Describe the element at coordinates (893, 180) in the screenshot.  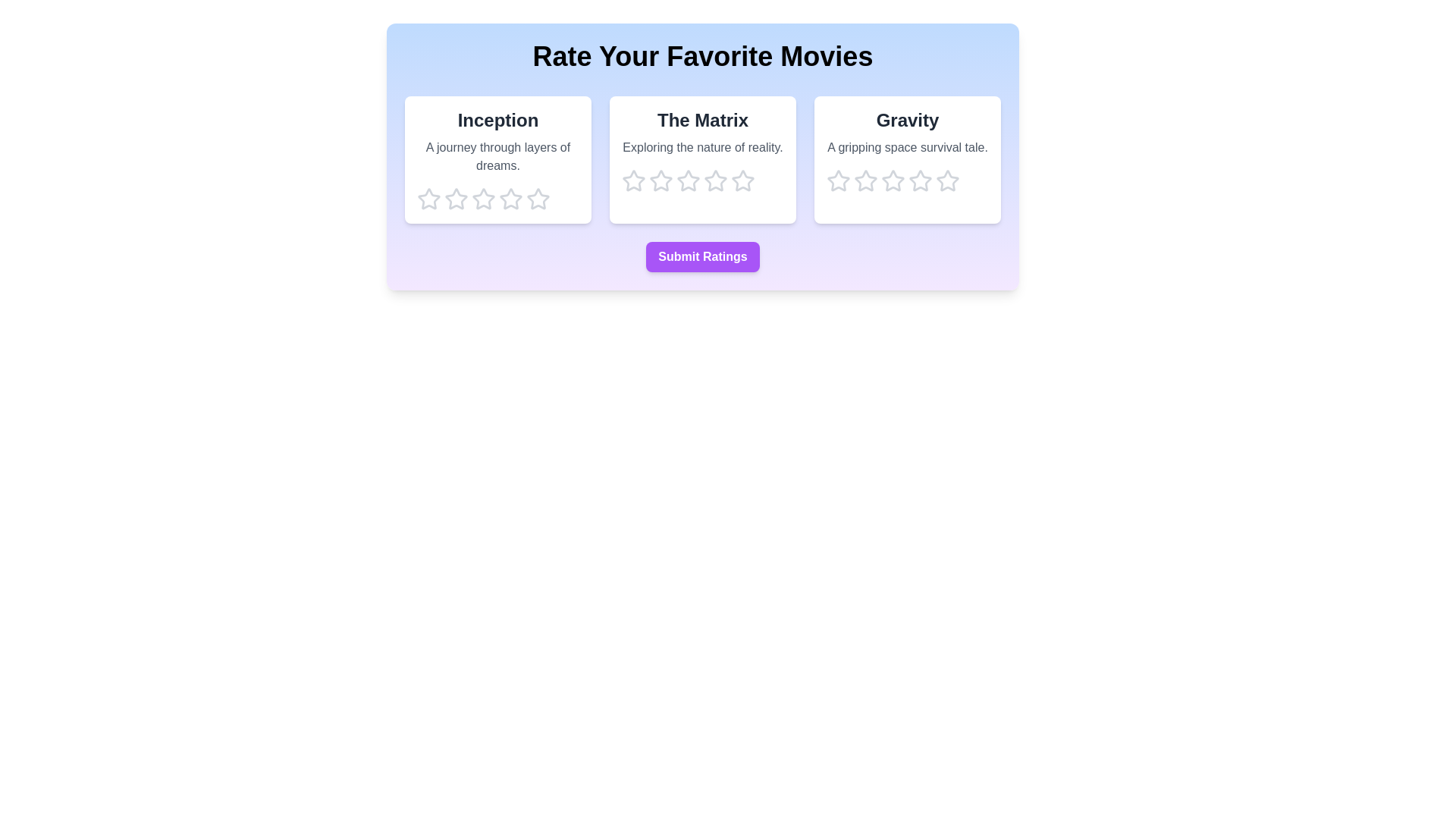
I see `the star corresponding to 3 for the movie Gravity` at that location.